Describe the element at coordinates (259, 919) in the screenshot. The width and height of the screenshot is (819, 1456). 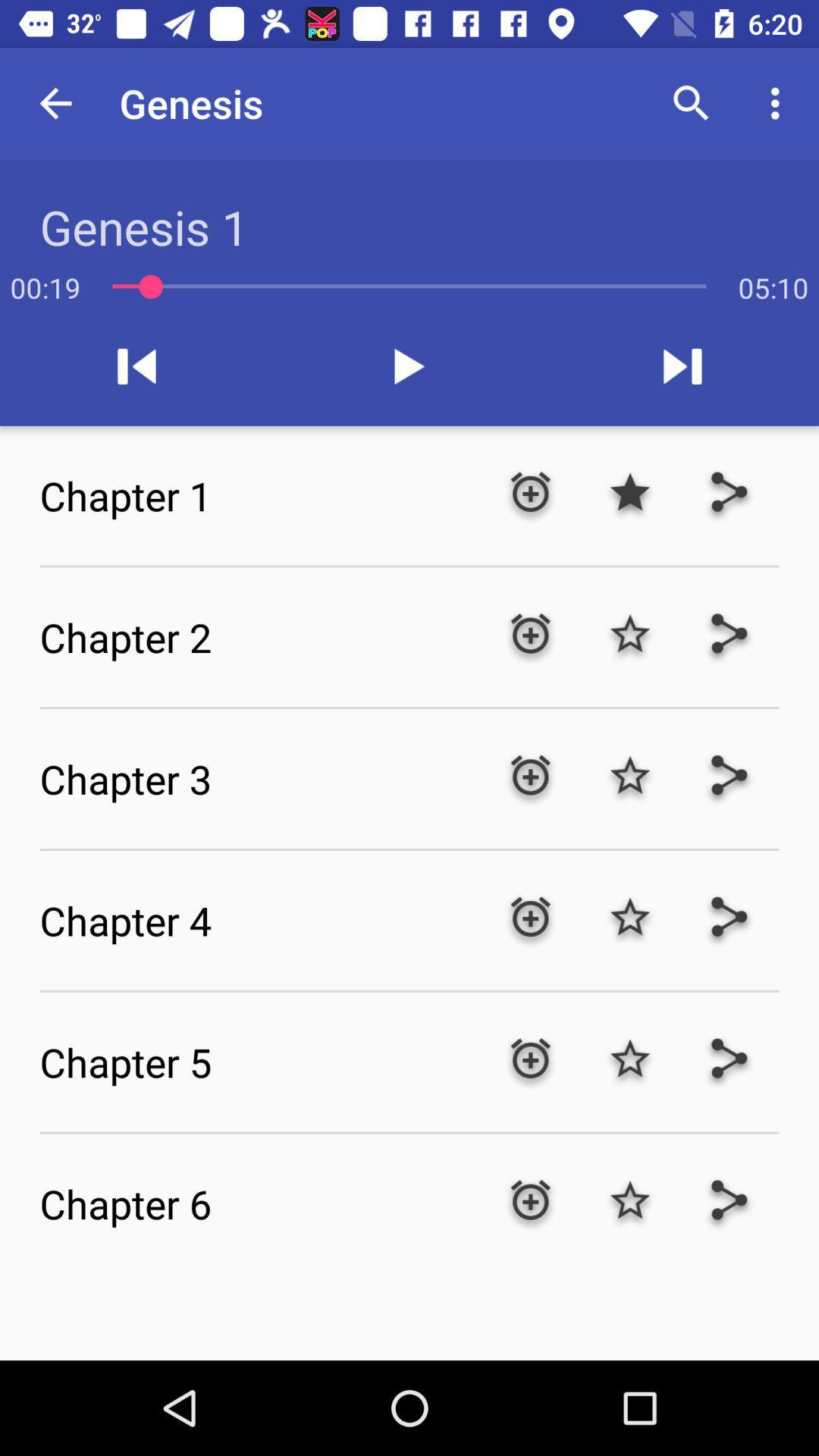
I see `the chapter 4 icon` at that location.